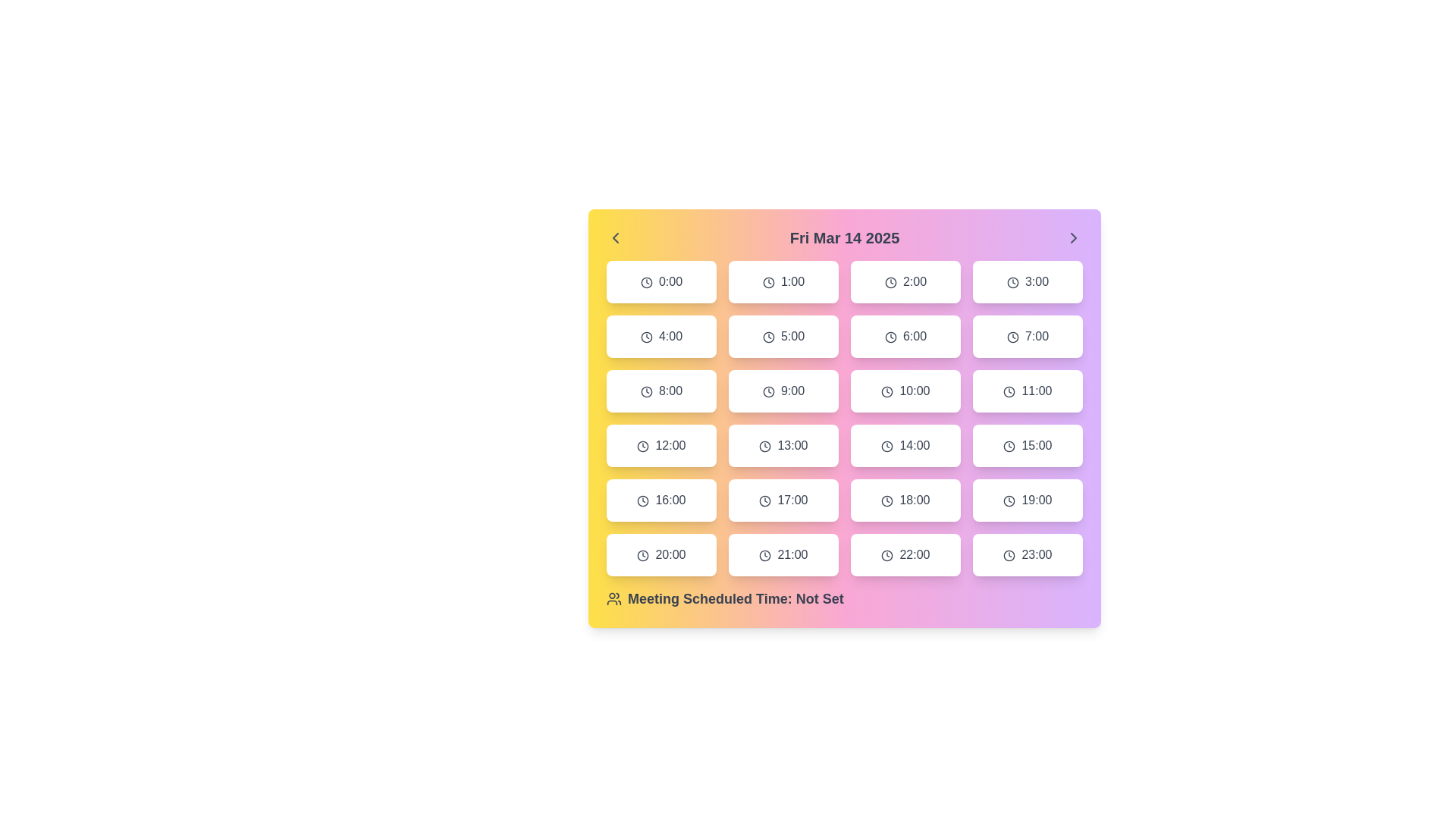 The width and height of the screenshot is (1456, 819). What do you see at coordinates (783, 555) in the screenshot?
I see `the button displaying the time '21:00' with a clock icon` at bounding box center [783, 555].